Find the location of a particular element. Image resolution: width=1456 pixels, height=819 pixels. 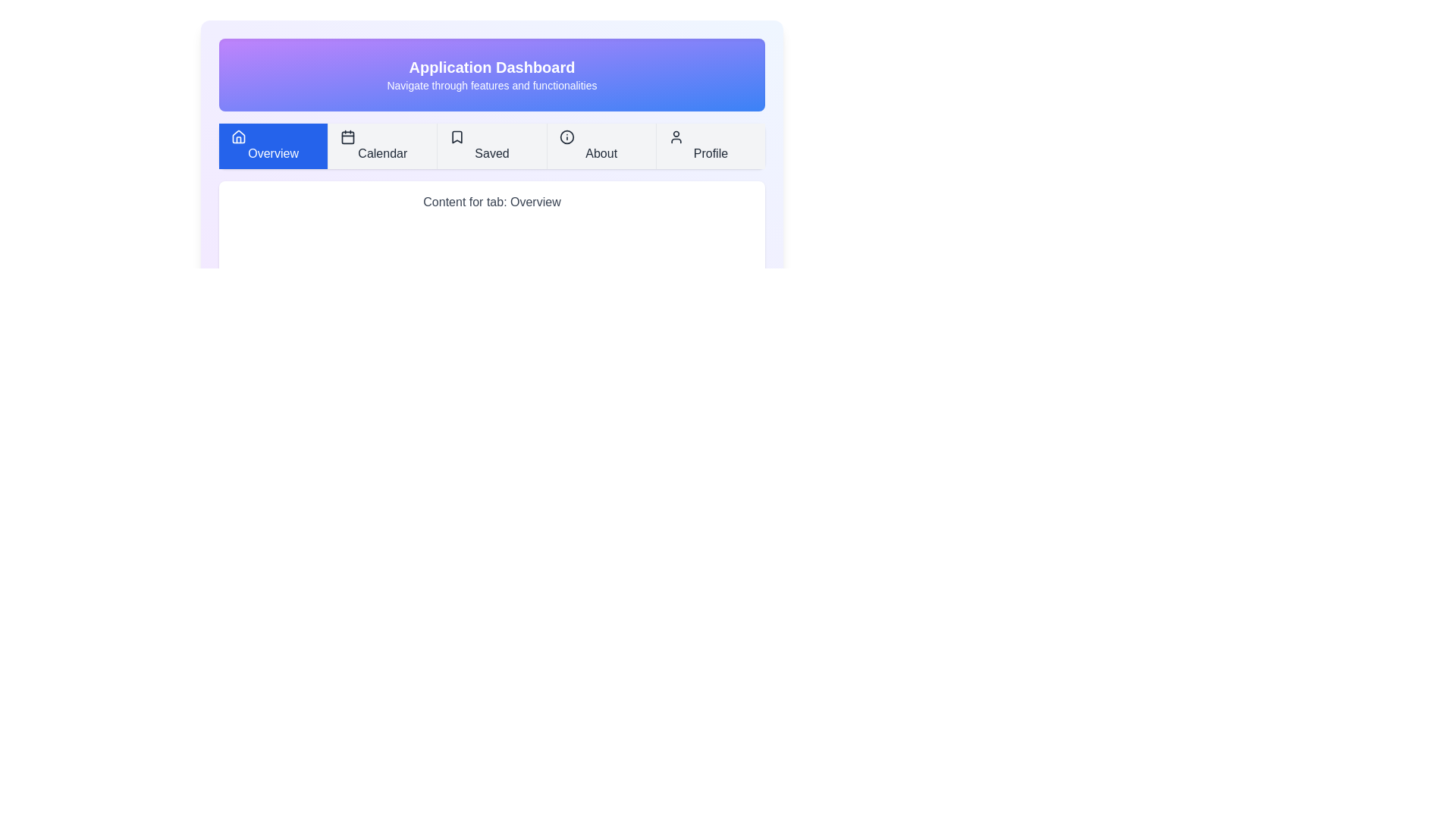

the decorative vector graphic icon representing the 'Overview' section in the navigation bar of the Application Dashboard is located at coordinates (238, 137).